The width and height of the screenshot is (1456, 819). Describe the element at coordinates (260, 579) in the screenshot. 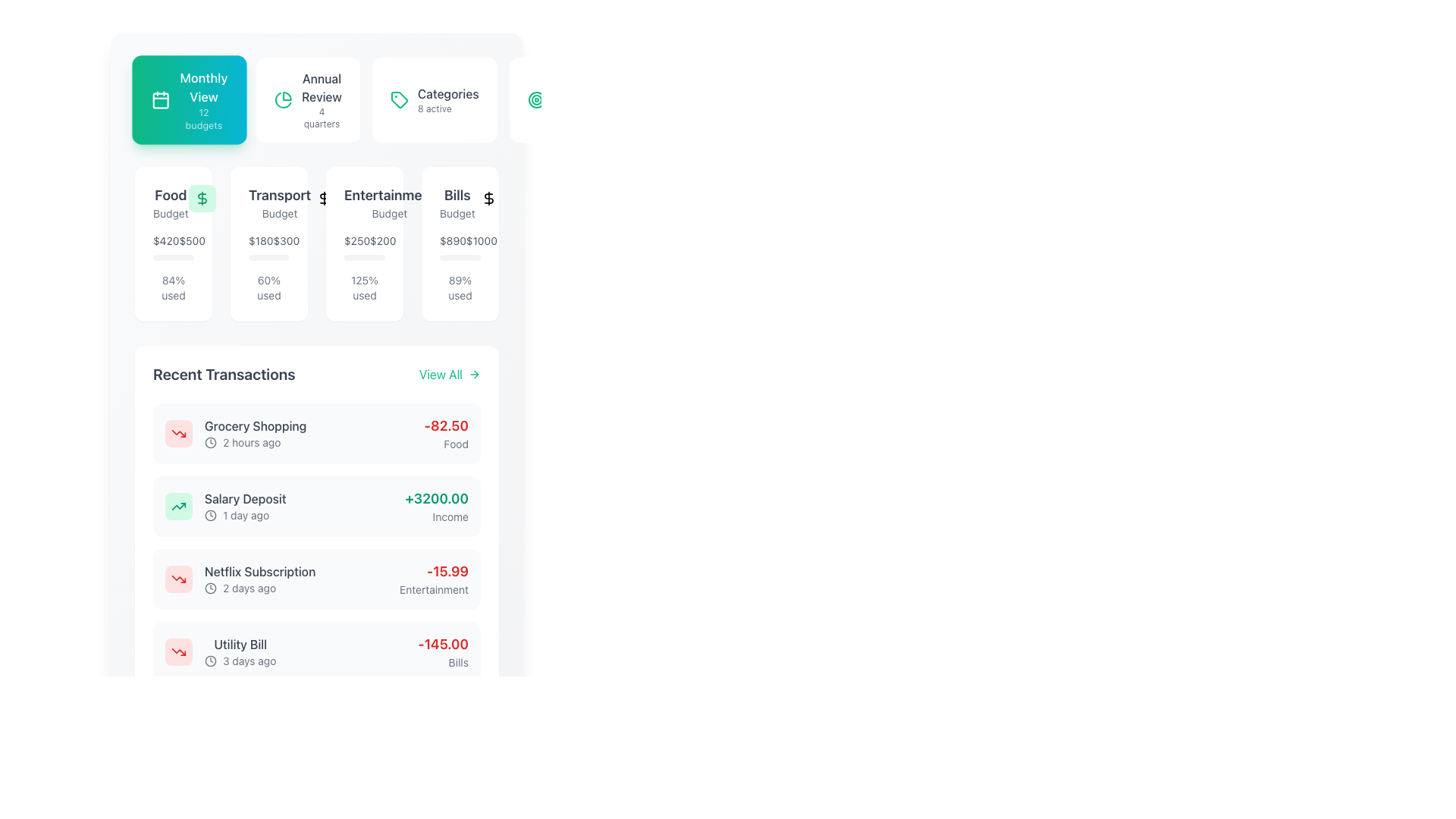

I see `text from the third transaction entry in the 'Recent Transactions' section, which displays the name of the service, the time since it was registered, and an associated category or type` at that location.